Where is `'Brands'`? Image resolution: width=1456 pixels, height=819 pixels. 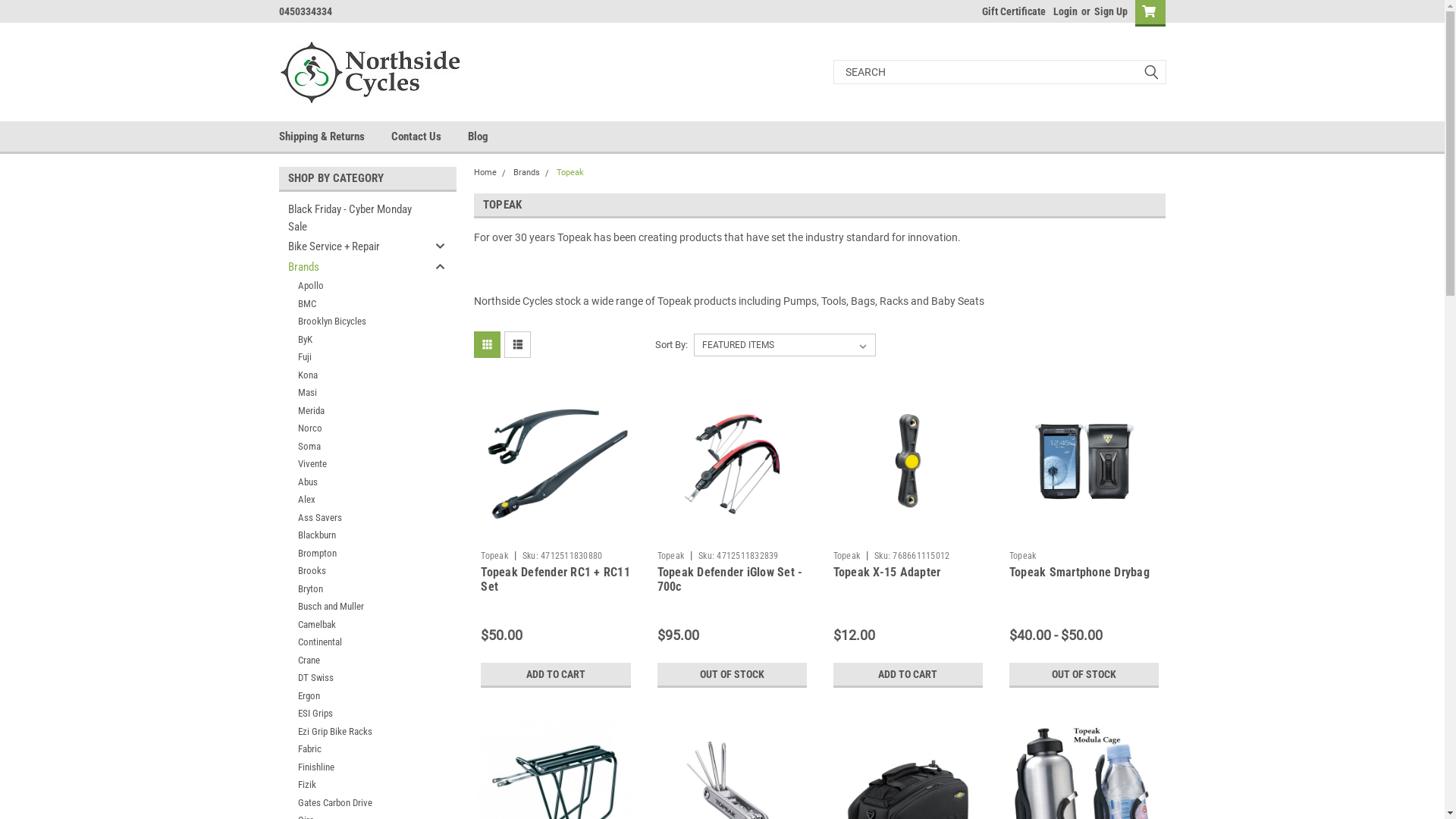 'Brands' is located at coordinates (353, 265).